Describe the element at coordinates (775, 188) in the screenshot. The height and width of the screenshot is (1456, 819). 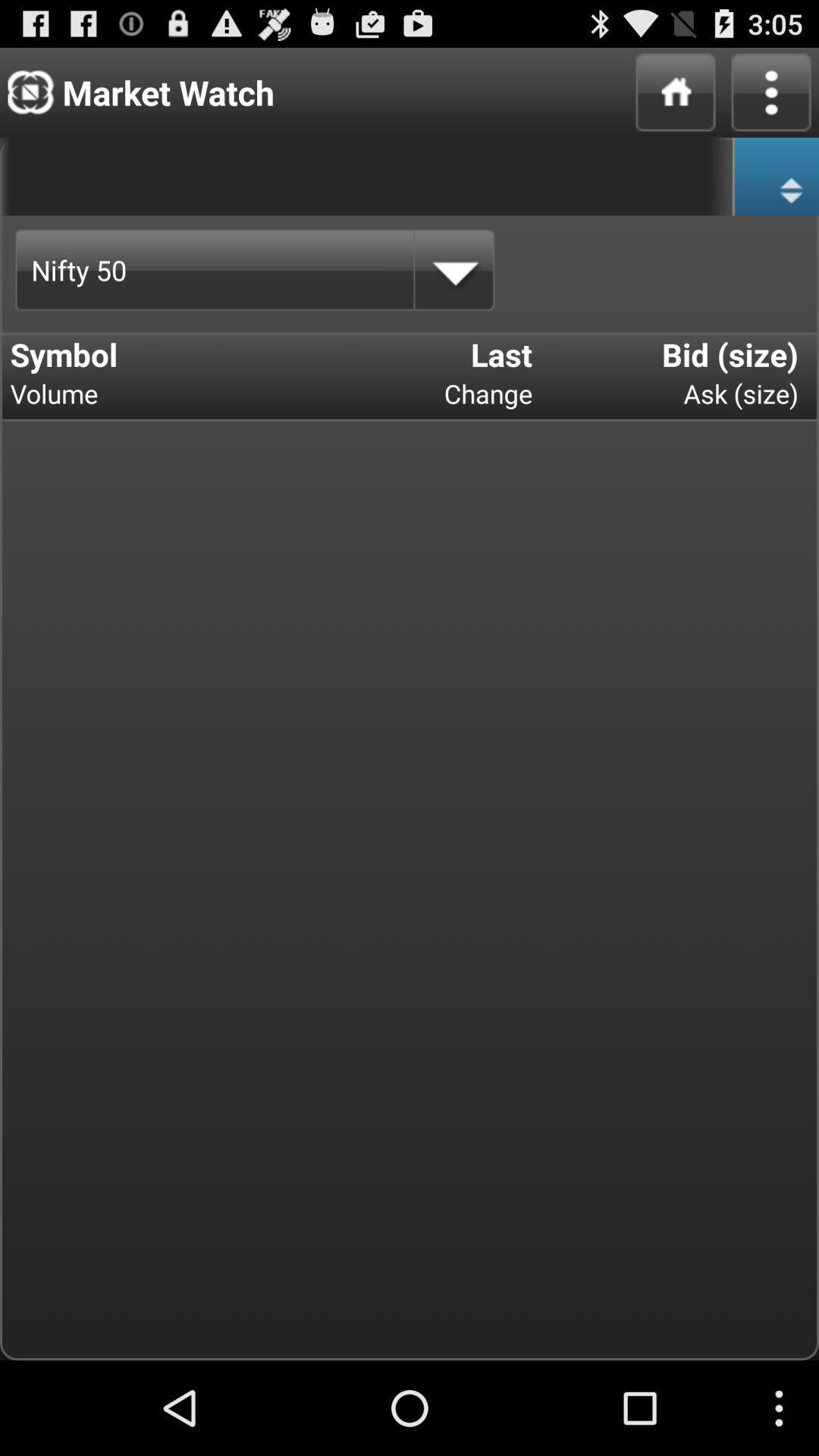
I see `the compare icon` at that location.